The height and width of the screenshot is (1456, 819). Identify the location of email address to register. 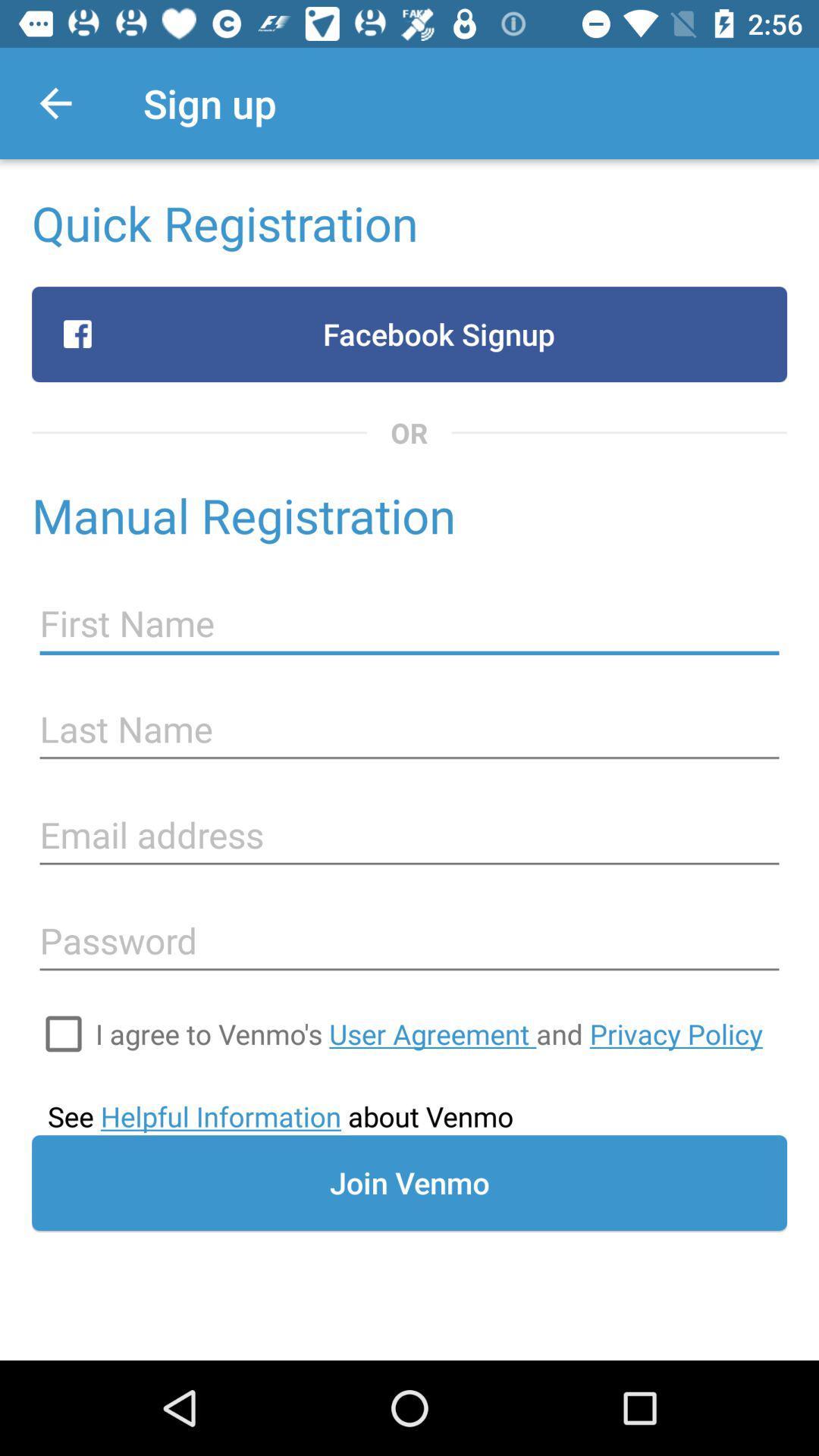
(409, 834).